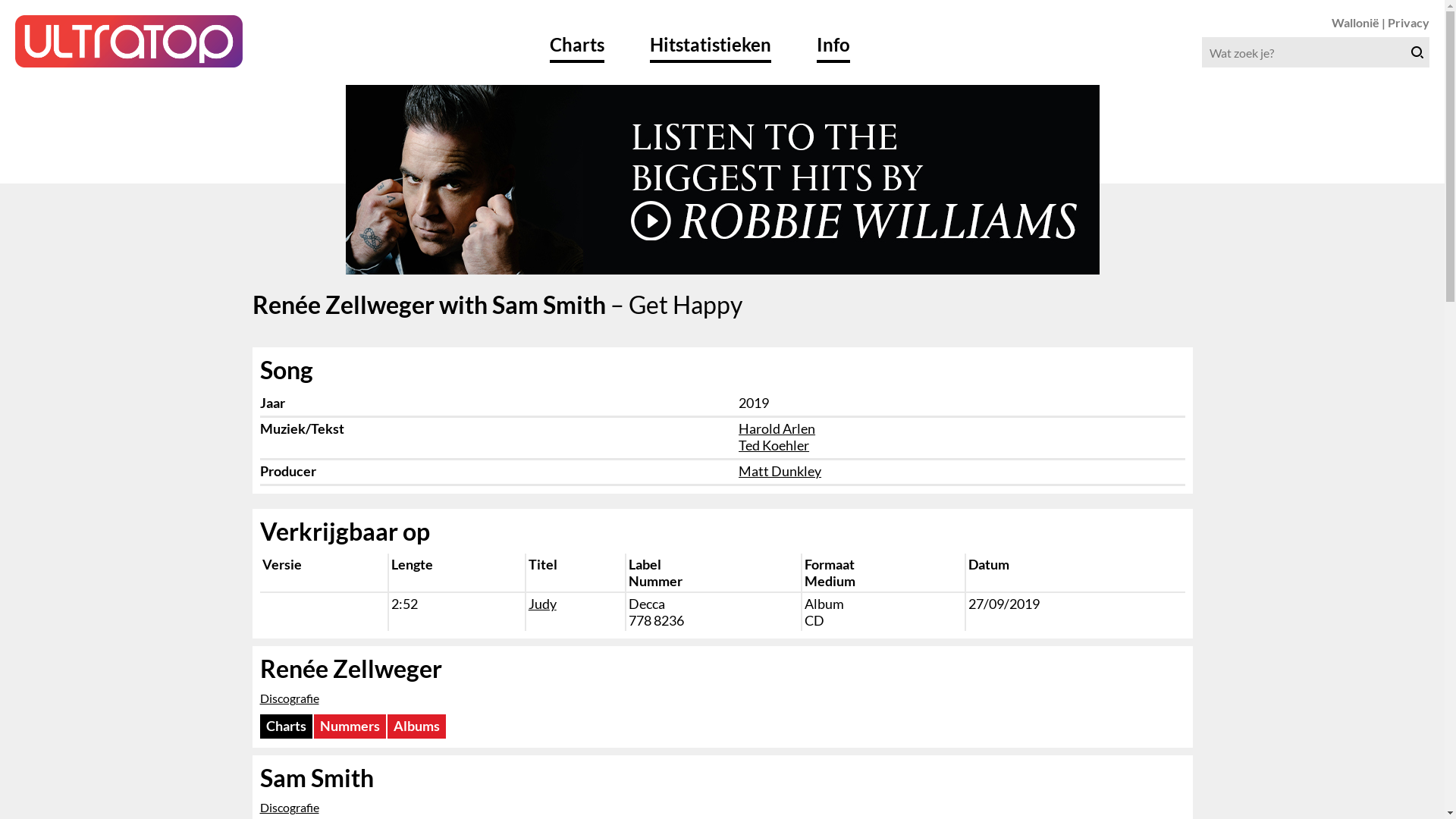  What do you see at coordinates (288, 698) in the screenshot?
I see `'Discografie'` at bounding box center [288, 698].